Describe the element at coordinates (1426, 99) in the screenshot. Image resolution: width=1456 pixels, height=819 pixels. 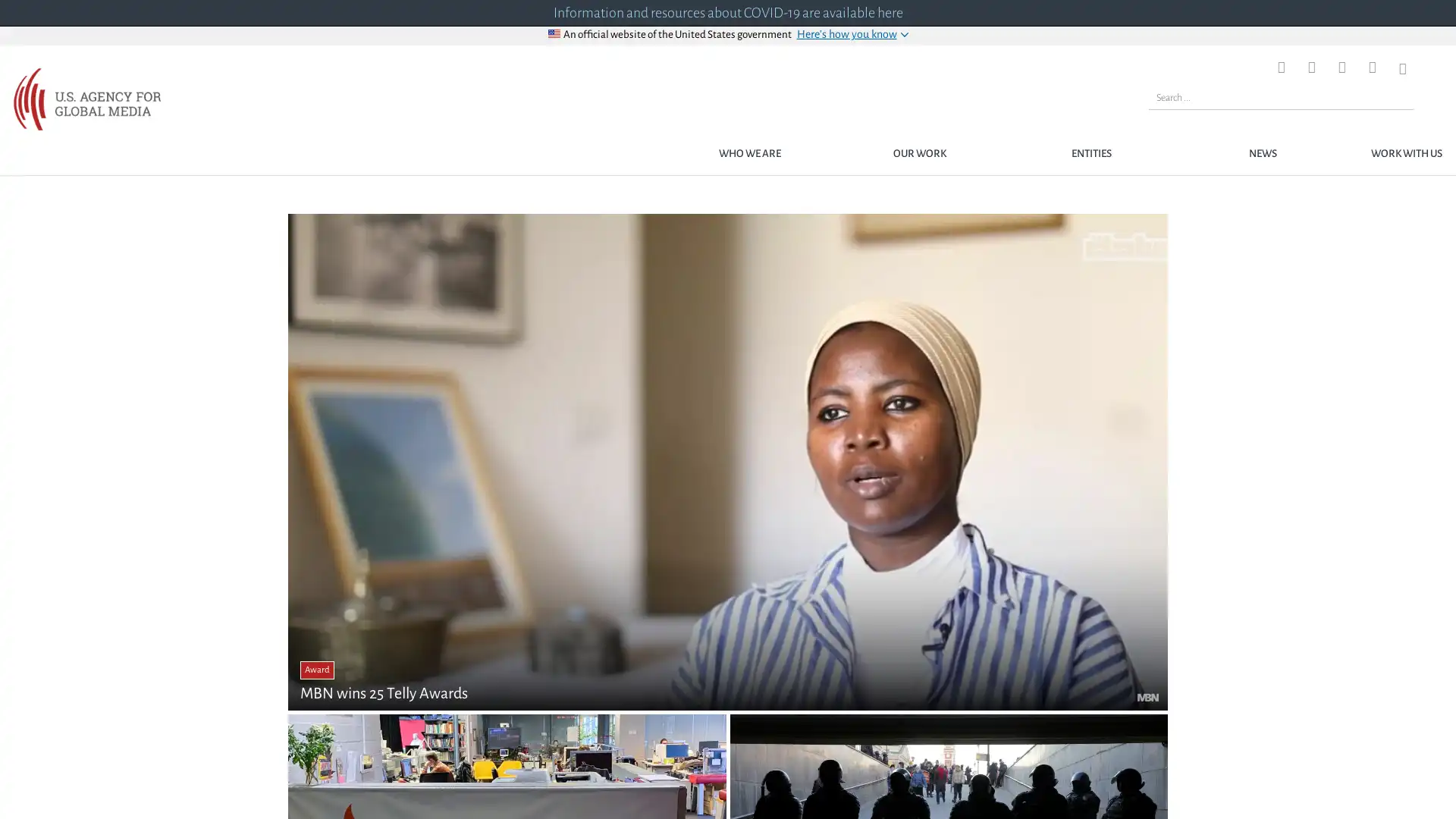
I see `Search` at that location.